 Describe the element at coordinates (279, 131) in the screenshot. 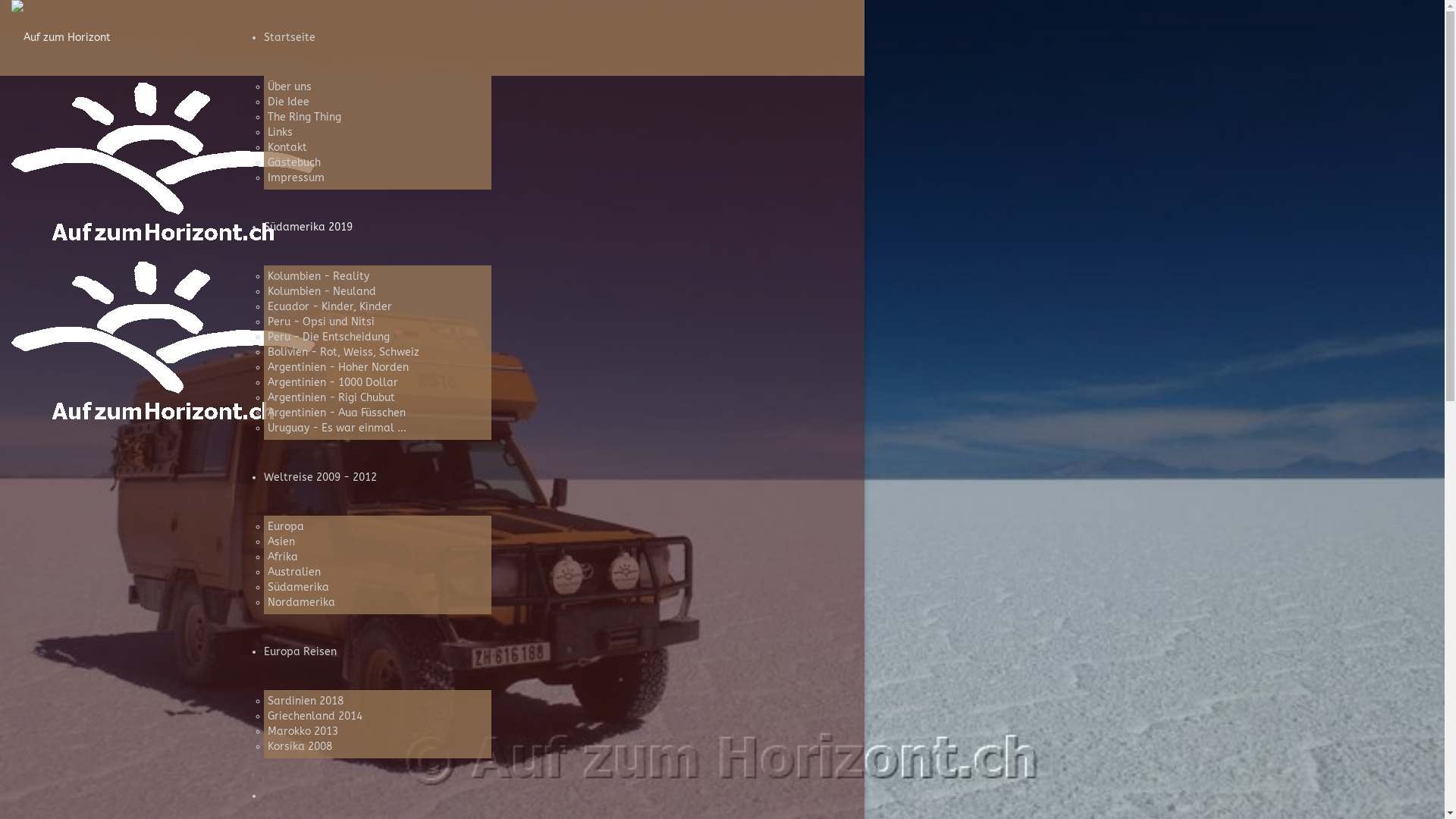

I see `'Links'` at that location.